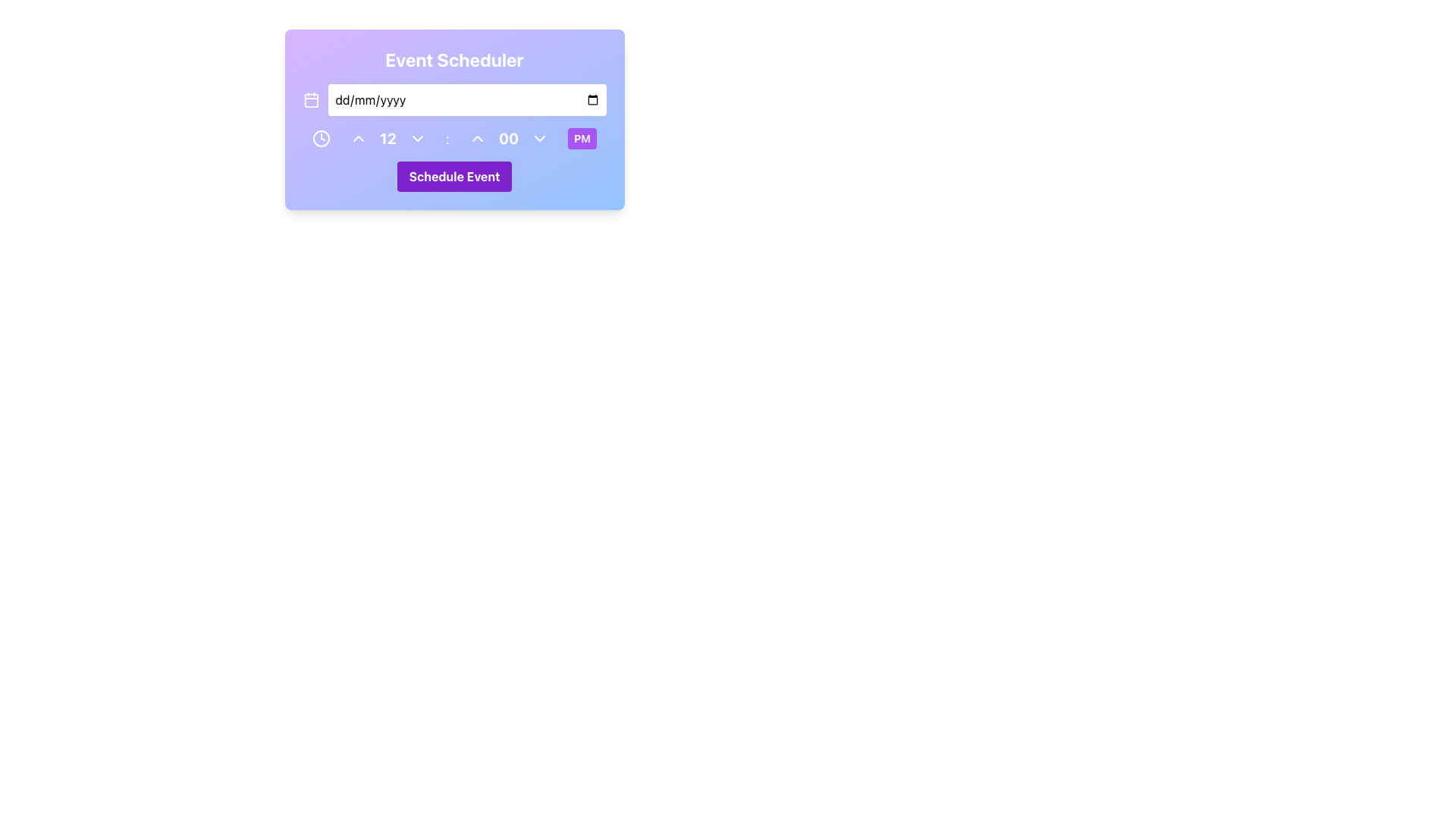 This screenshot has height=819, width=1456. Describe the element at coordinates (453, 175) in the screenshot. I see `the 'Schedule Event' button, which has bold white text on a purple background, from its current position` at that location.